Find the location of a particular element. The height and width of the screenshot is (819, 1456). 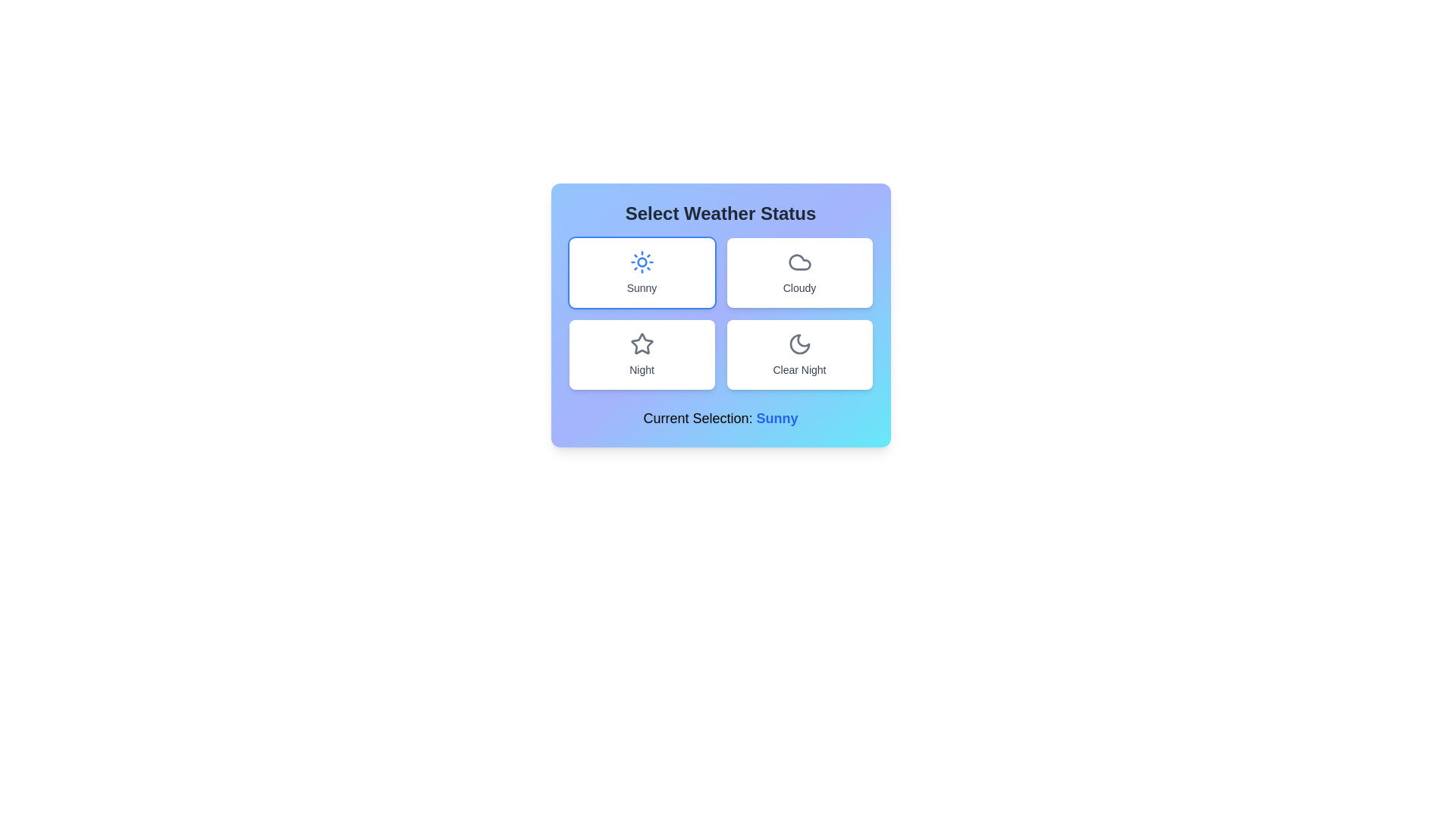

the 'Cloudy' button, which is a rounded rectangular card with a white background and a cloud icon, located in the top-right corner of the grid is located at coordinates (799, 271).